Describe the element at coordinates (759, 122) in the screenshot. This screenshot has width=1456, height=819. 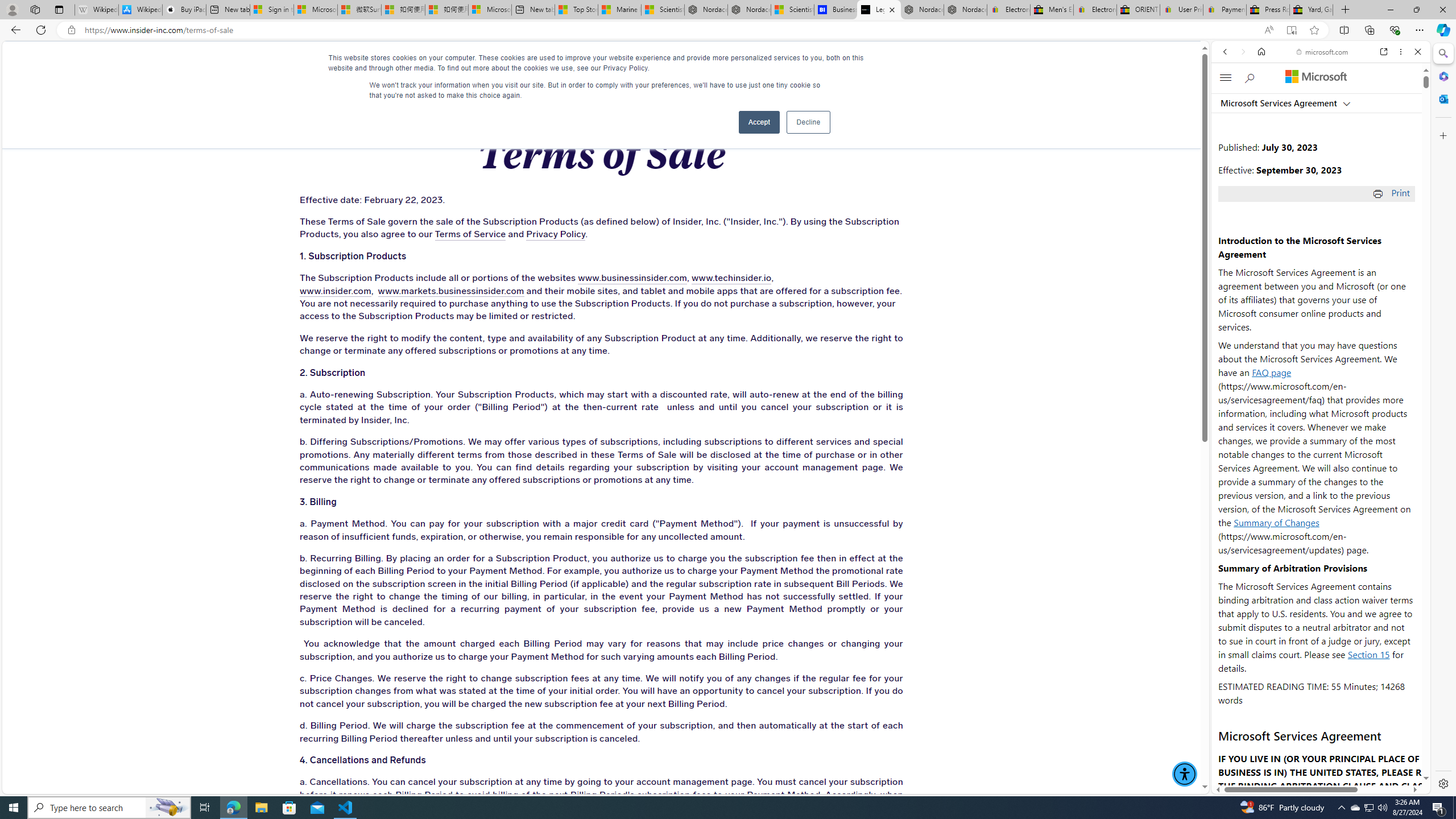
I see `'Accept'` at that location.